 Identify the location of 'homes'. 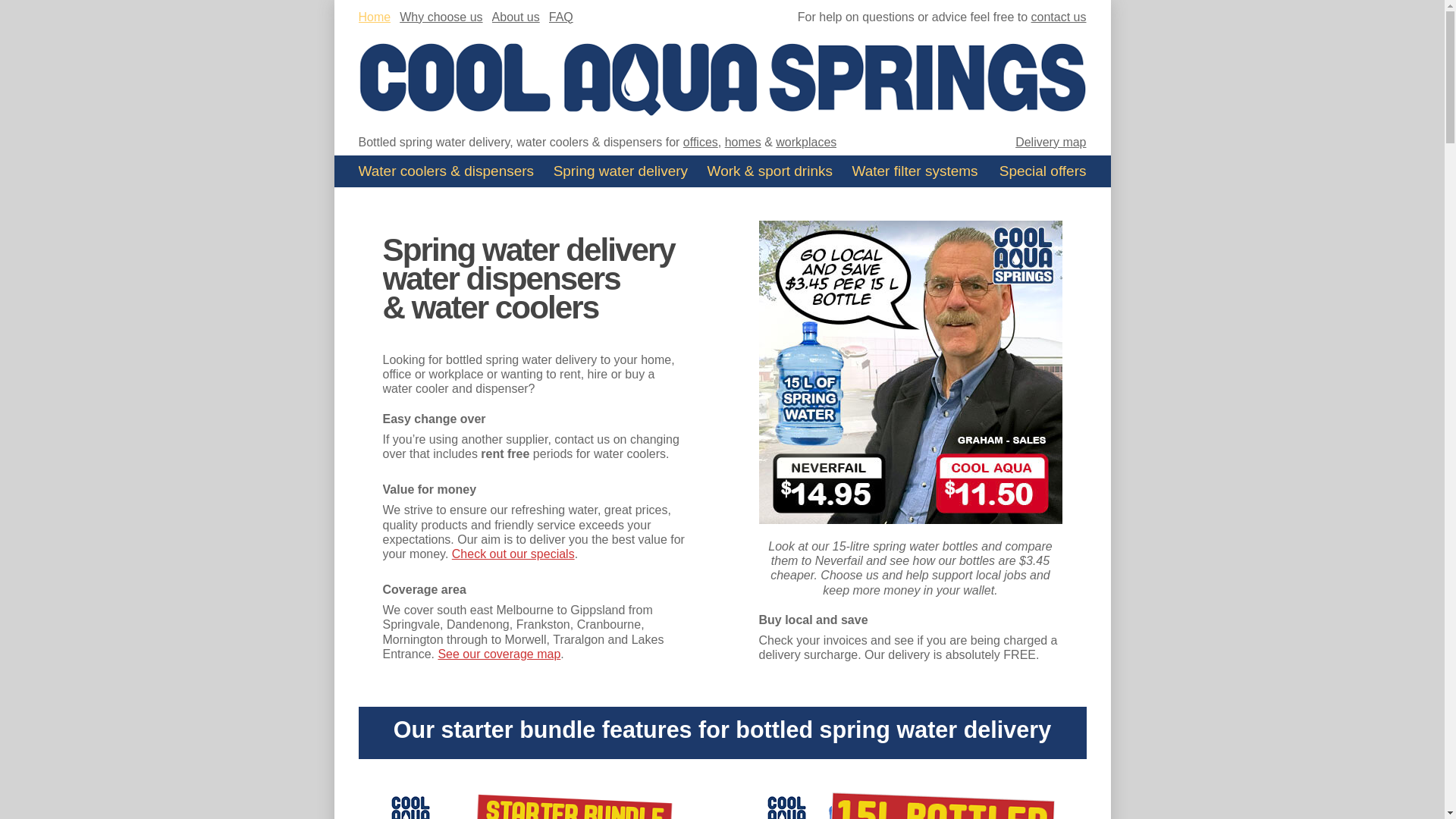
(742, 141).